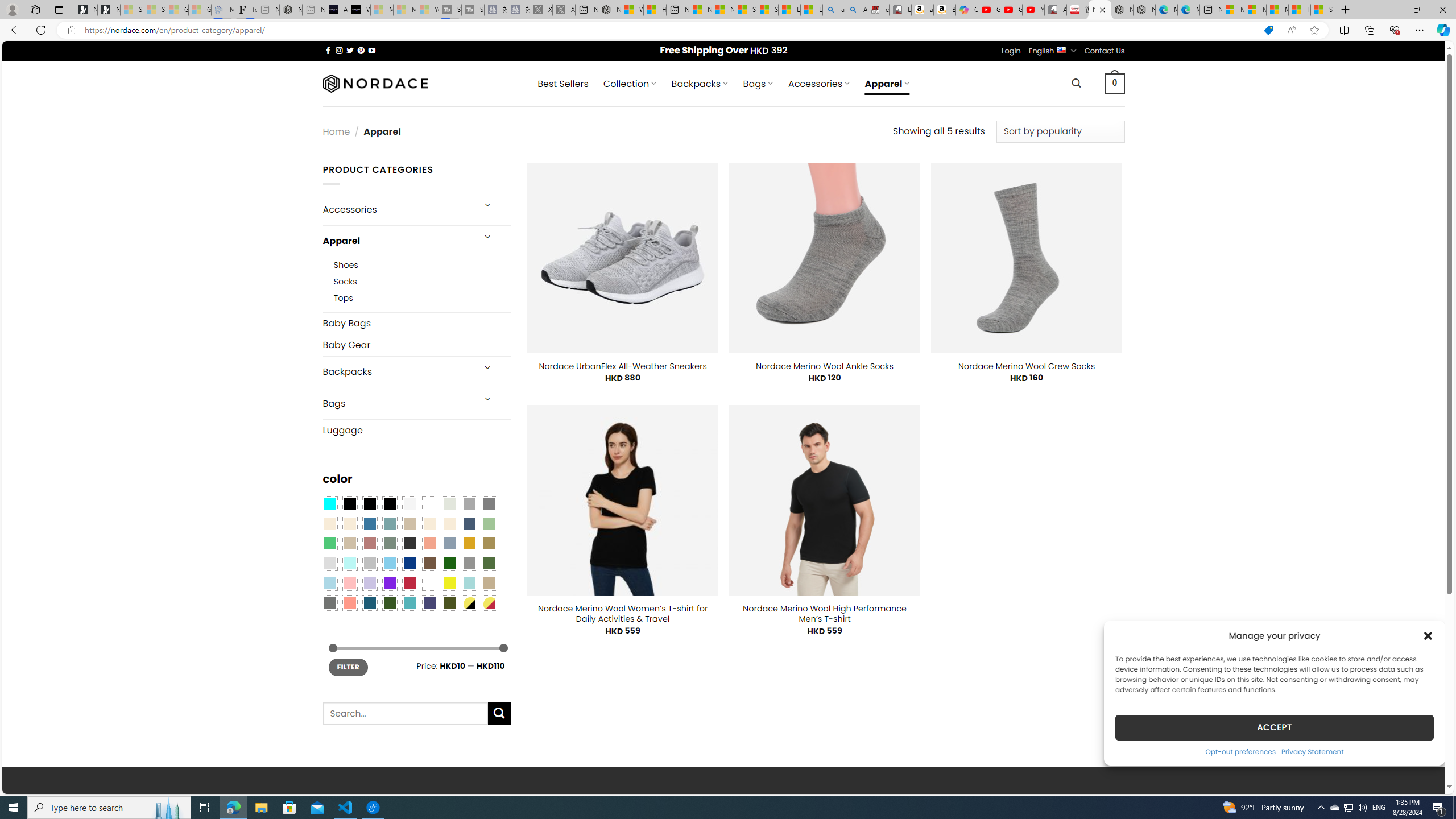 Image resolution: width=1456 pixels, height=819 pixels. What do you see at coordinates (380, 9) in the screenshot?
I see `'Microsoft Start Sports - Sleeping'` at bounding box center [380, 9].